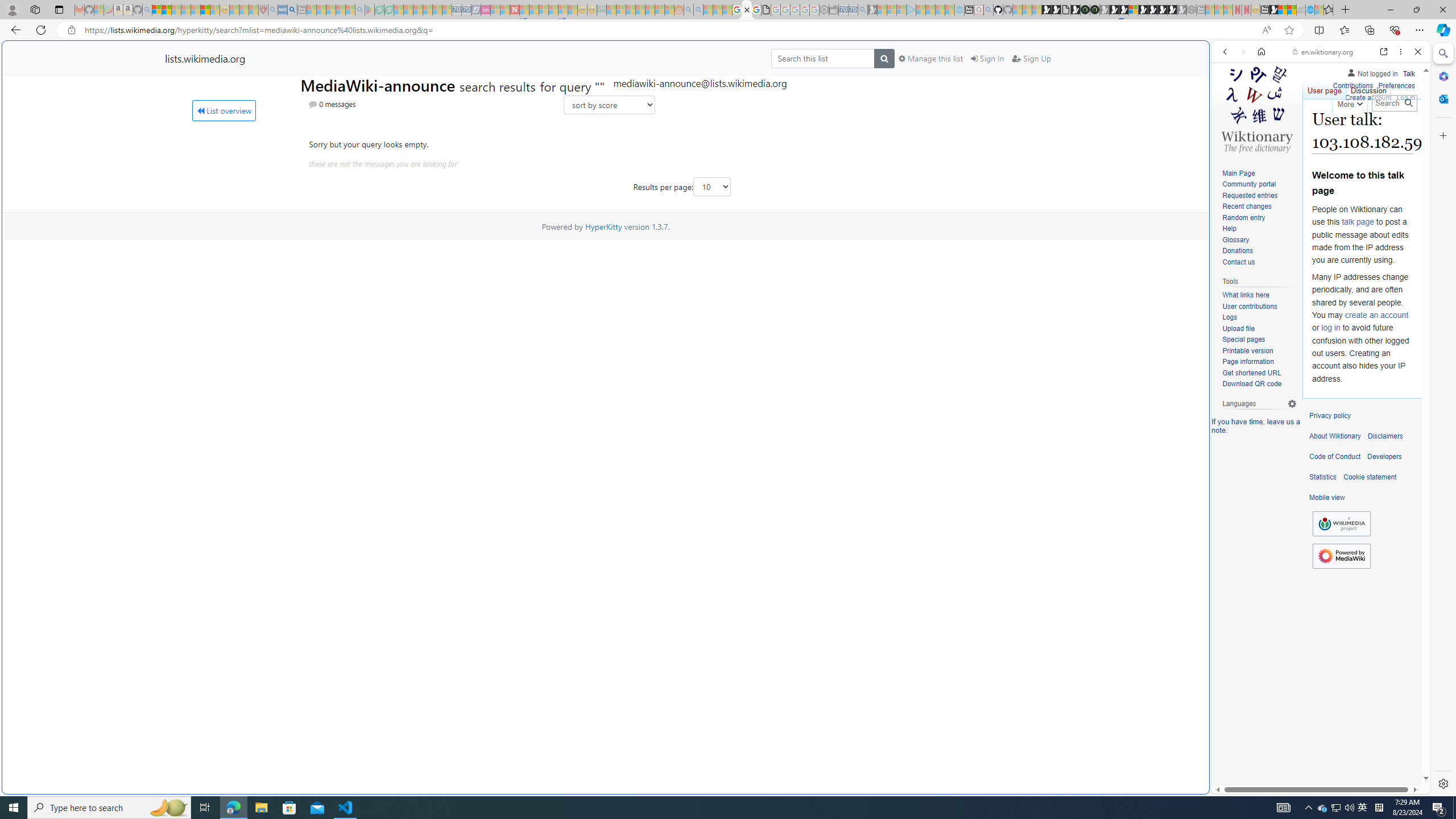  I want to click on 'Powered by MediaWiki', so click(1342, 556).